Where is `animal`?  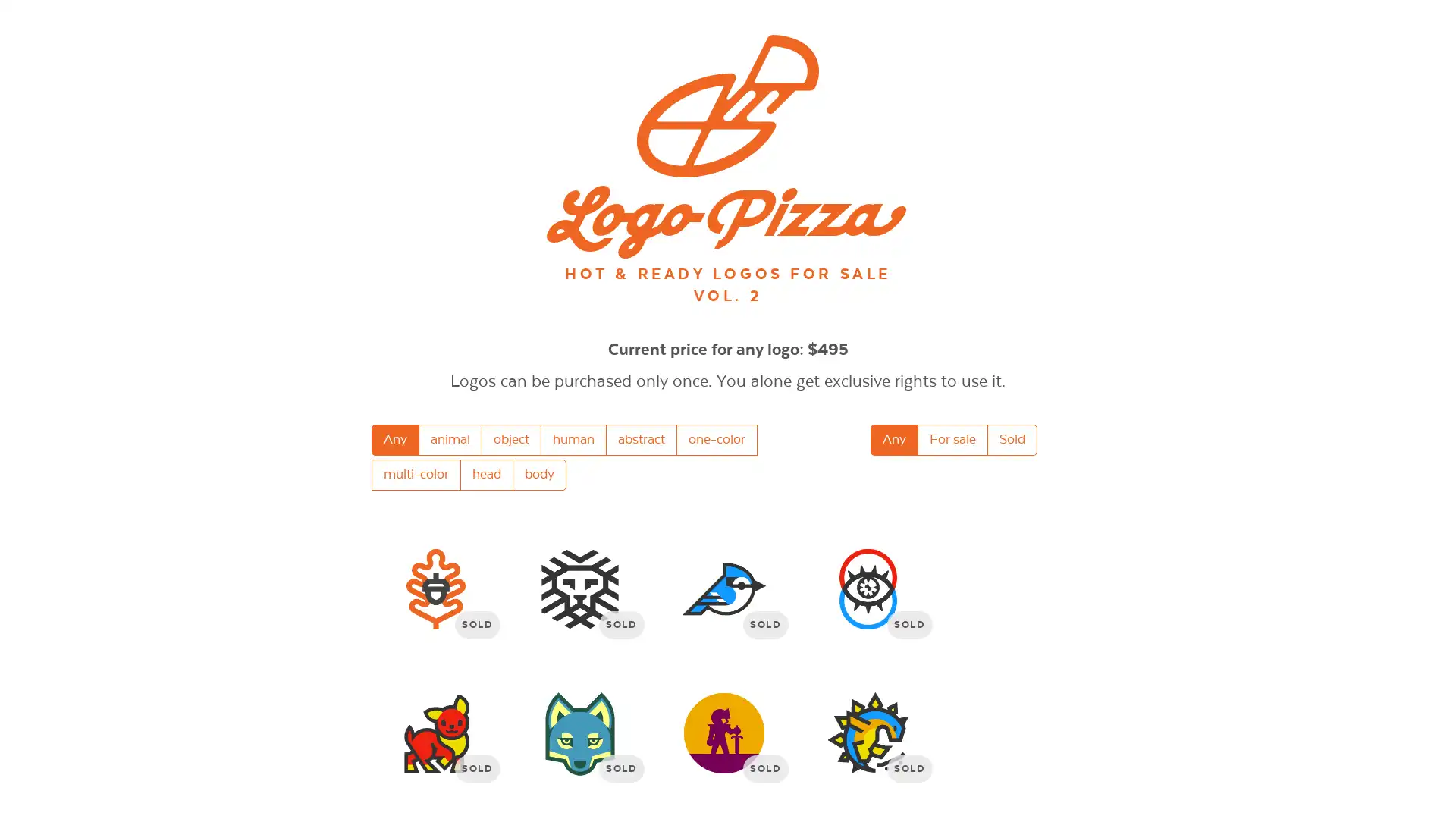 animal is located at coordinates (450, 440).